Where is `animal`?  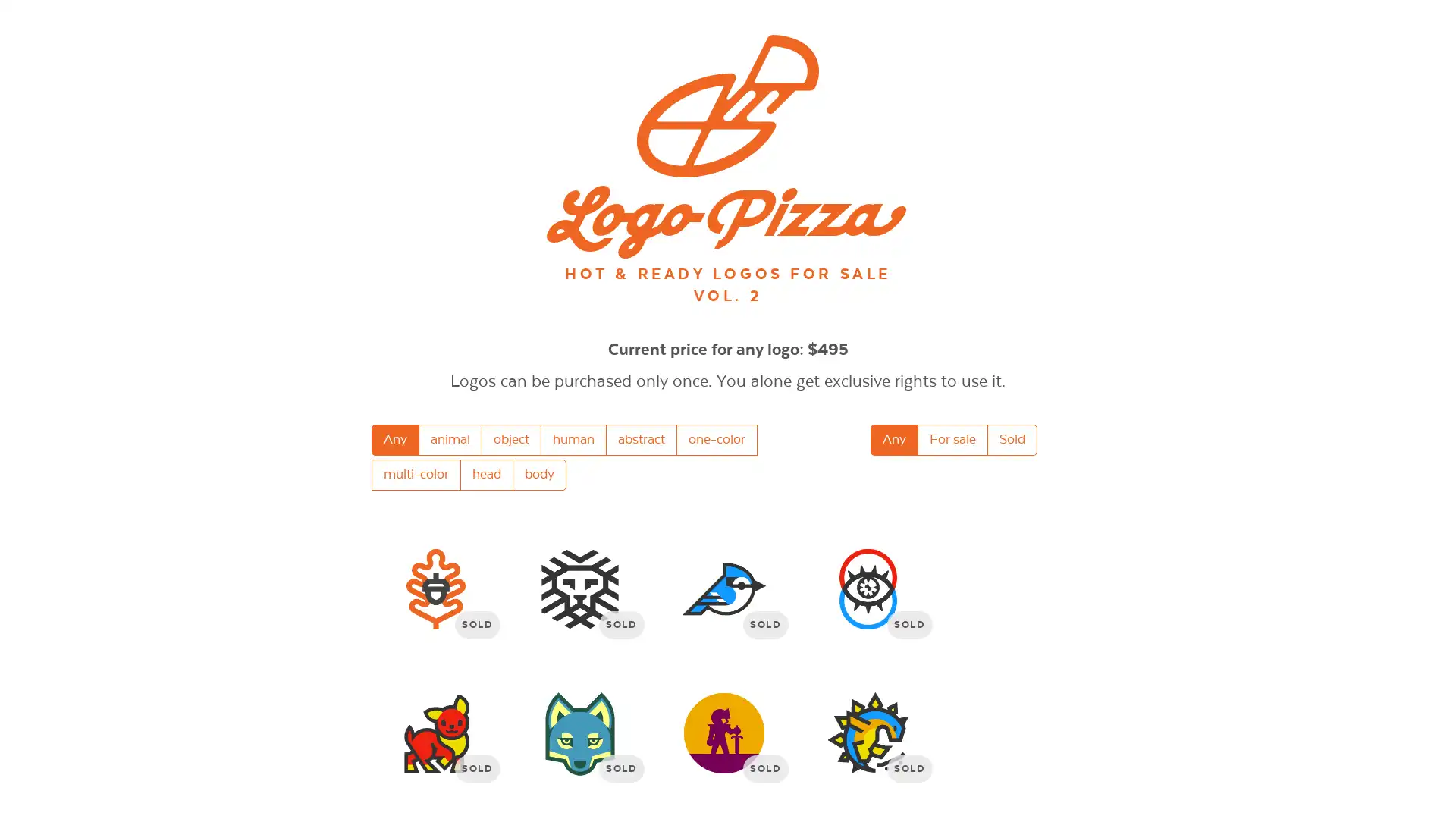 animal is located at coordinates (450, 440).